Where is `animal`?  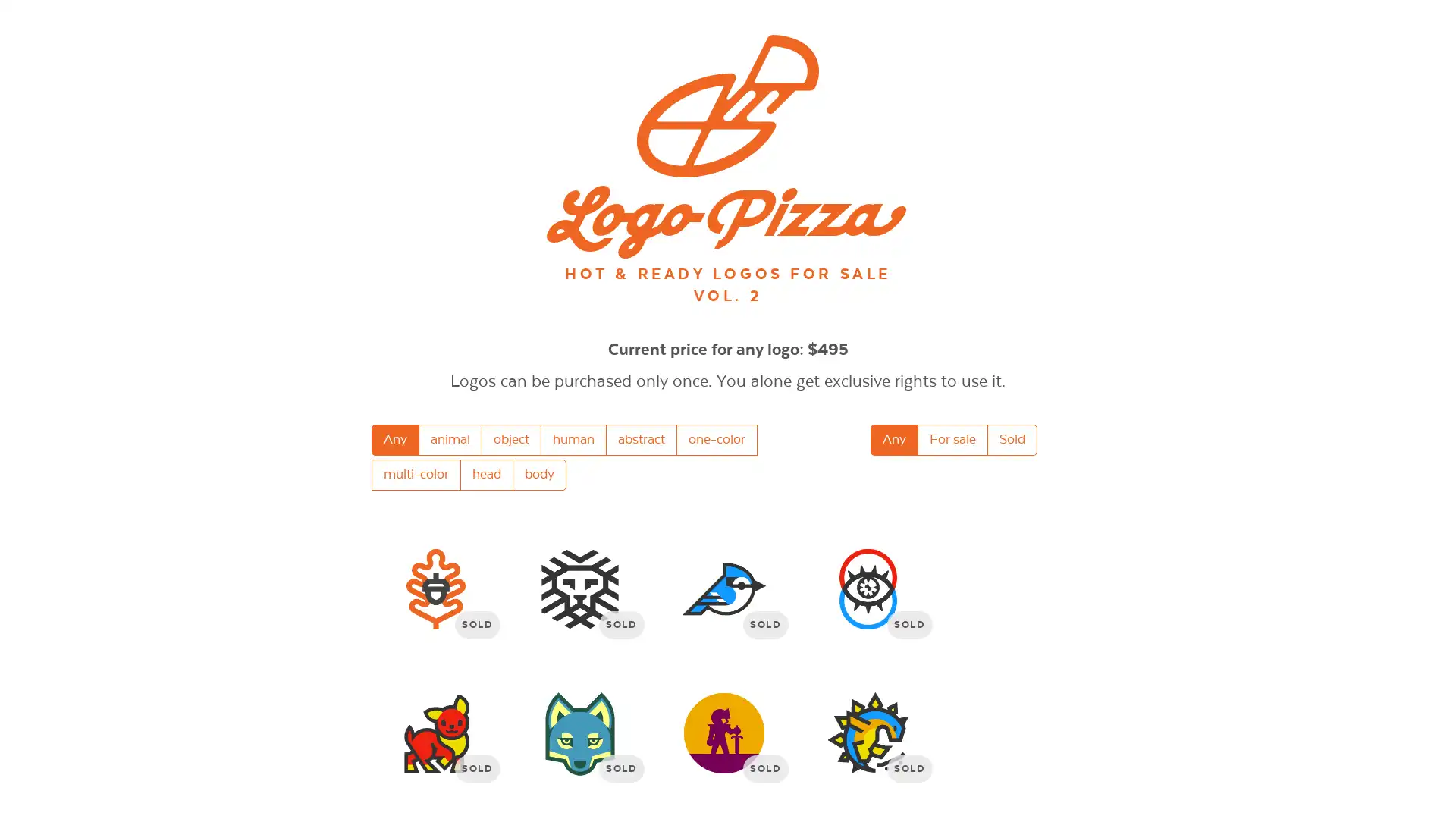 animal is located at coordinates (450, 440).